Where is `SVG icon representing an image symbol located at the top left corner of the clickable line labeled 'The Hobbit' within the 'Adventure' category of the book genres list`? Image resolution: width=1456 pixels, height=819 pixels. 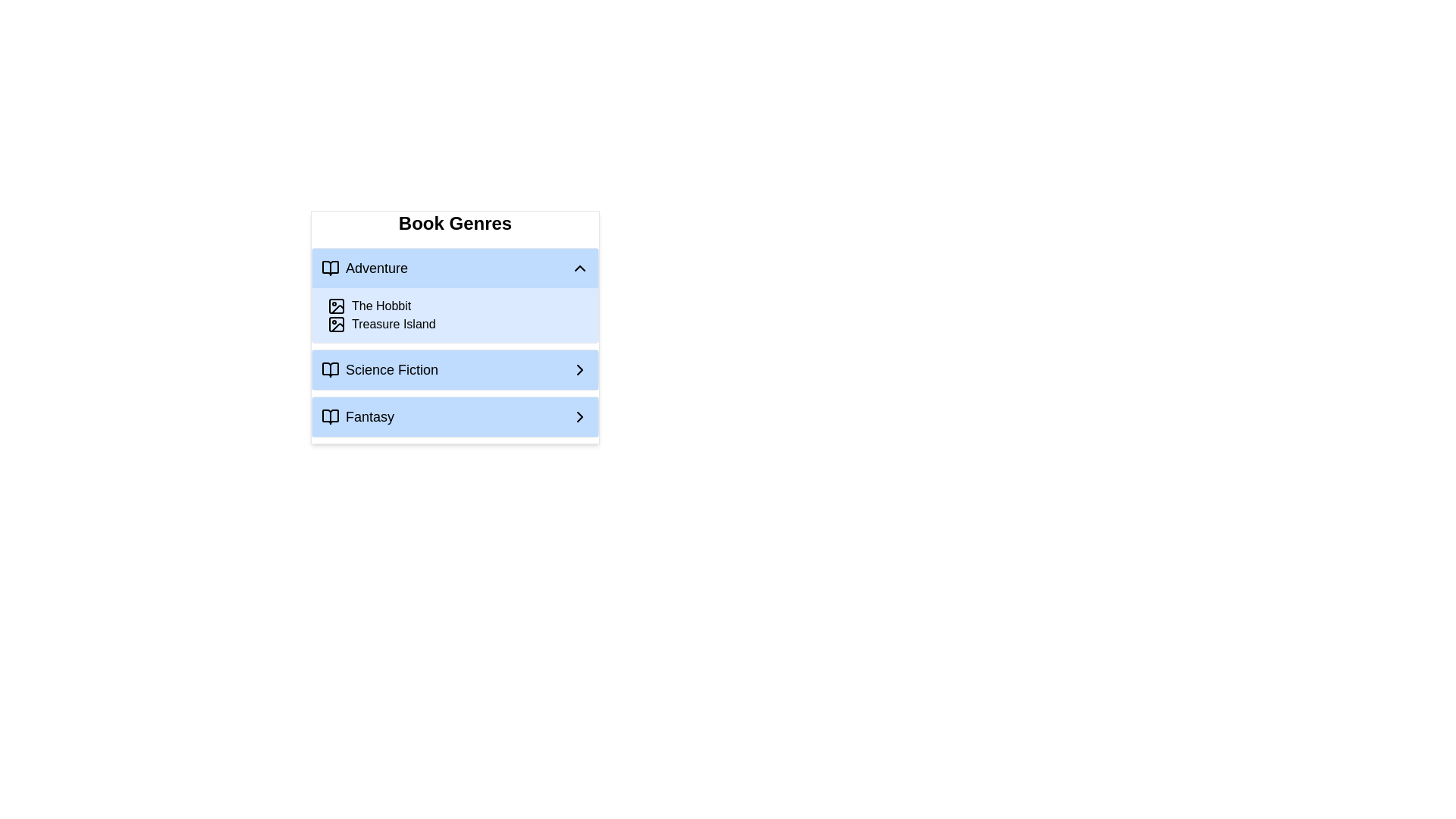 SVG icon representing an image symbol located at the top left corner of the clickable line labeled 'The Hobbit' within the 'Adventure' category of the book genres list is located at coordinates (336, 306).